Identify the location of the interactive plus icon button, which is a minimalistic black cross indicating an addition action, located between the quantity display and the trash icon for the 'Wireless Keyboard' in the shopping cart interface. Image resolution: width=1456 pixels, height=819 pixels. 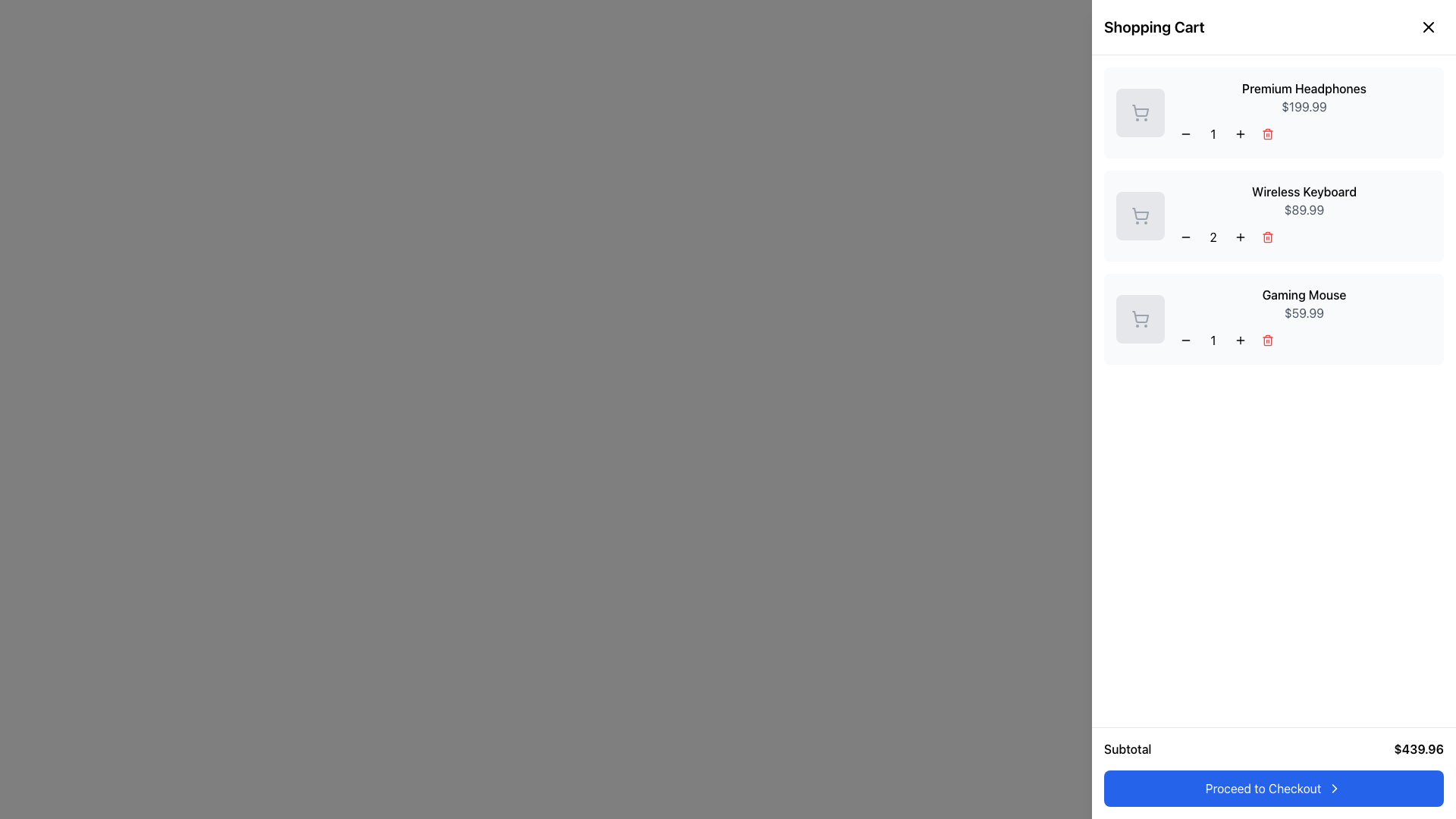
(1241, 237).